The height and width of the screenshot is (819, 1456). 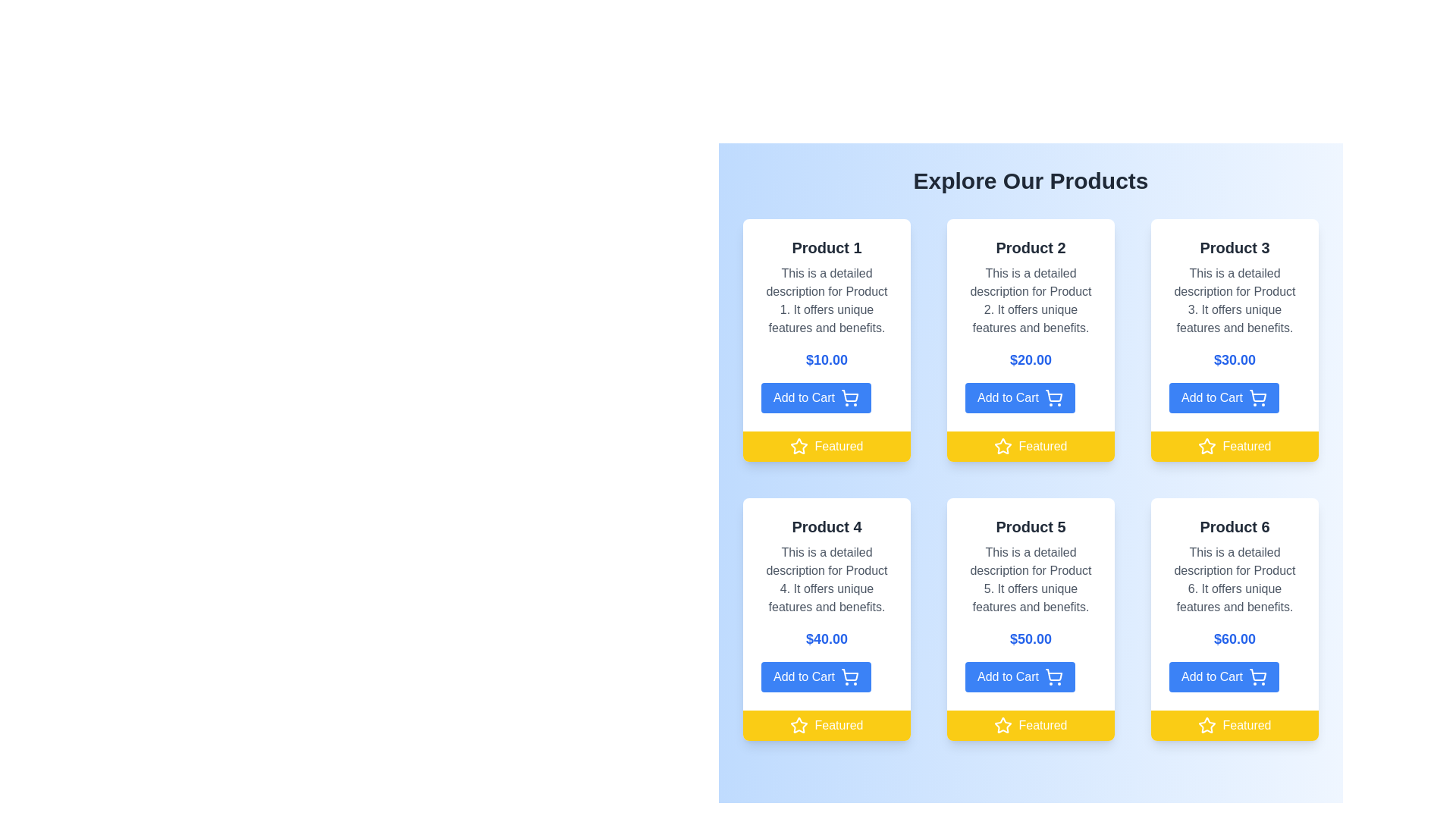 What do you see at coordinates (1031, 526) in the screenshot?
I see `the 'Product 5' text label, which is a bold, larger title in the second row of a product card` at bounding box center [1031, 526].